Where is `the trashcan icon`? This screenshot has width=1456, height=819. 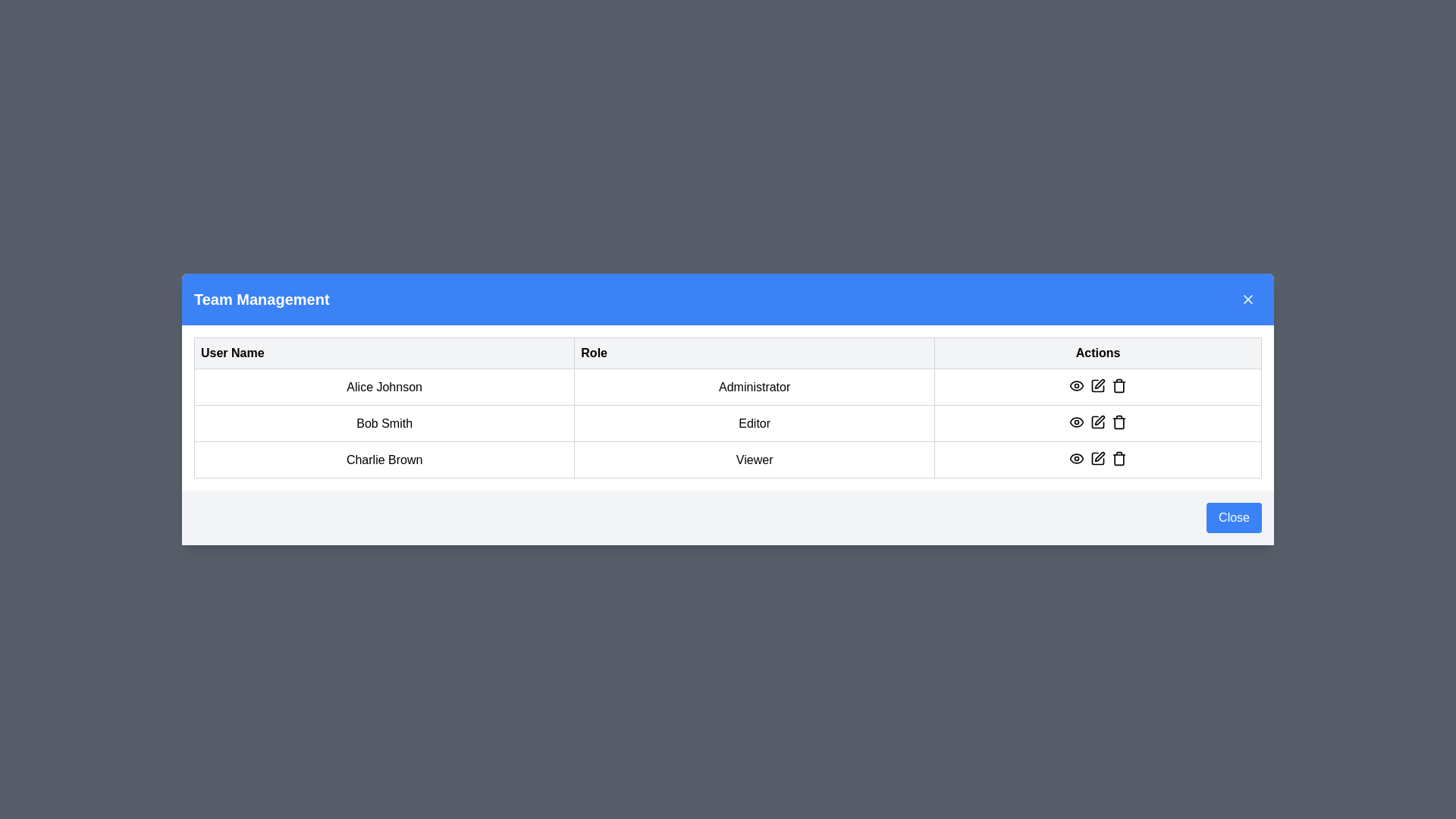
the trashcan icon is located at coordinates (1119, 458).